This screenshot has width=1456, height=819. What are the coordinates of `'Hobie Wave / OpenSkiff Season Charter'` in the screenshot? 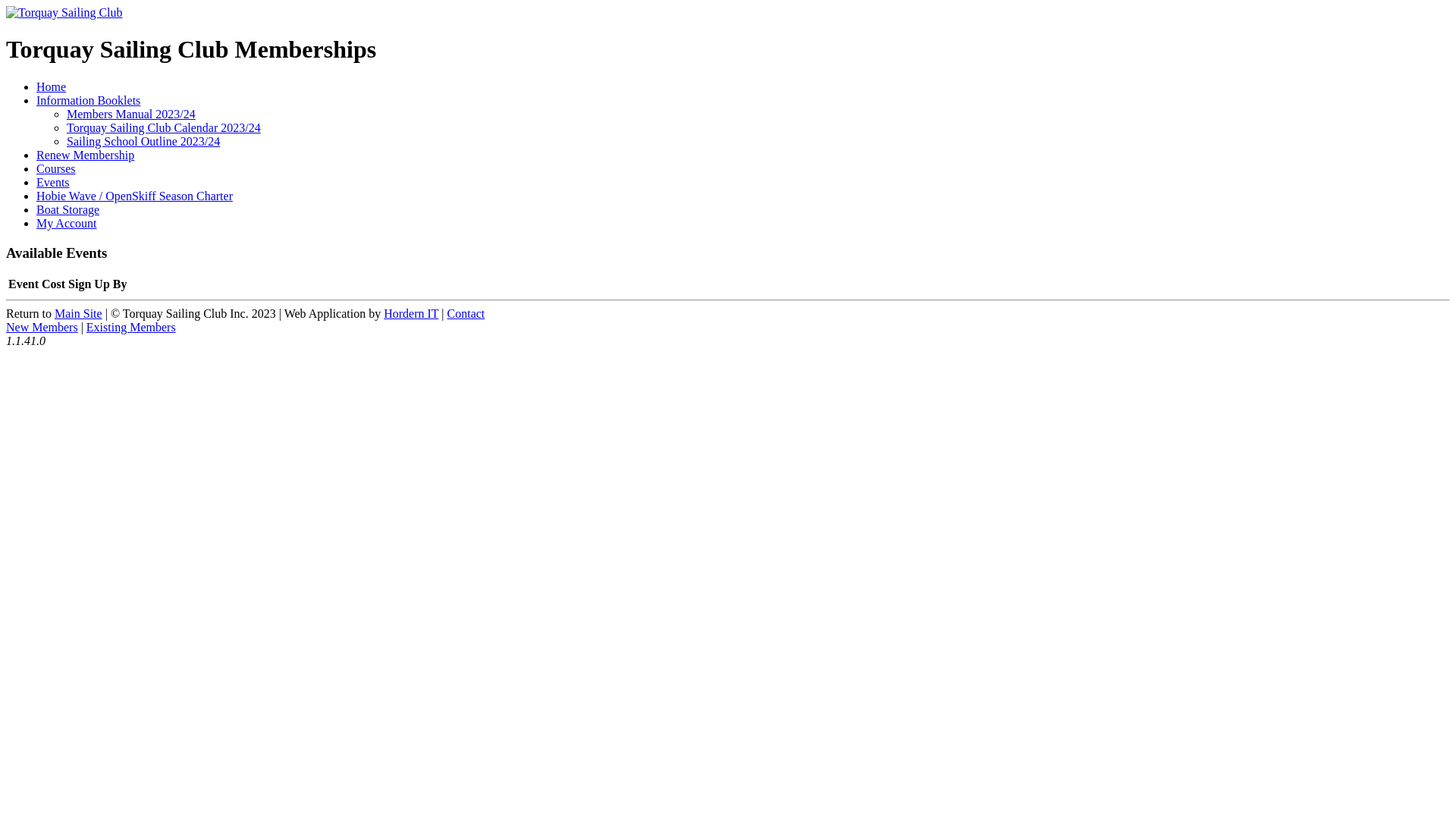 It's located at (134, 195).